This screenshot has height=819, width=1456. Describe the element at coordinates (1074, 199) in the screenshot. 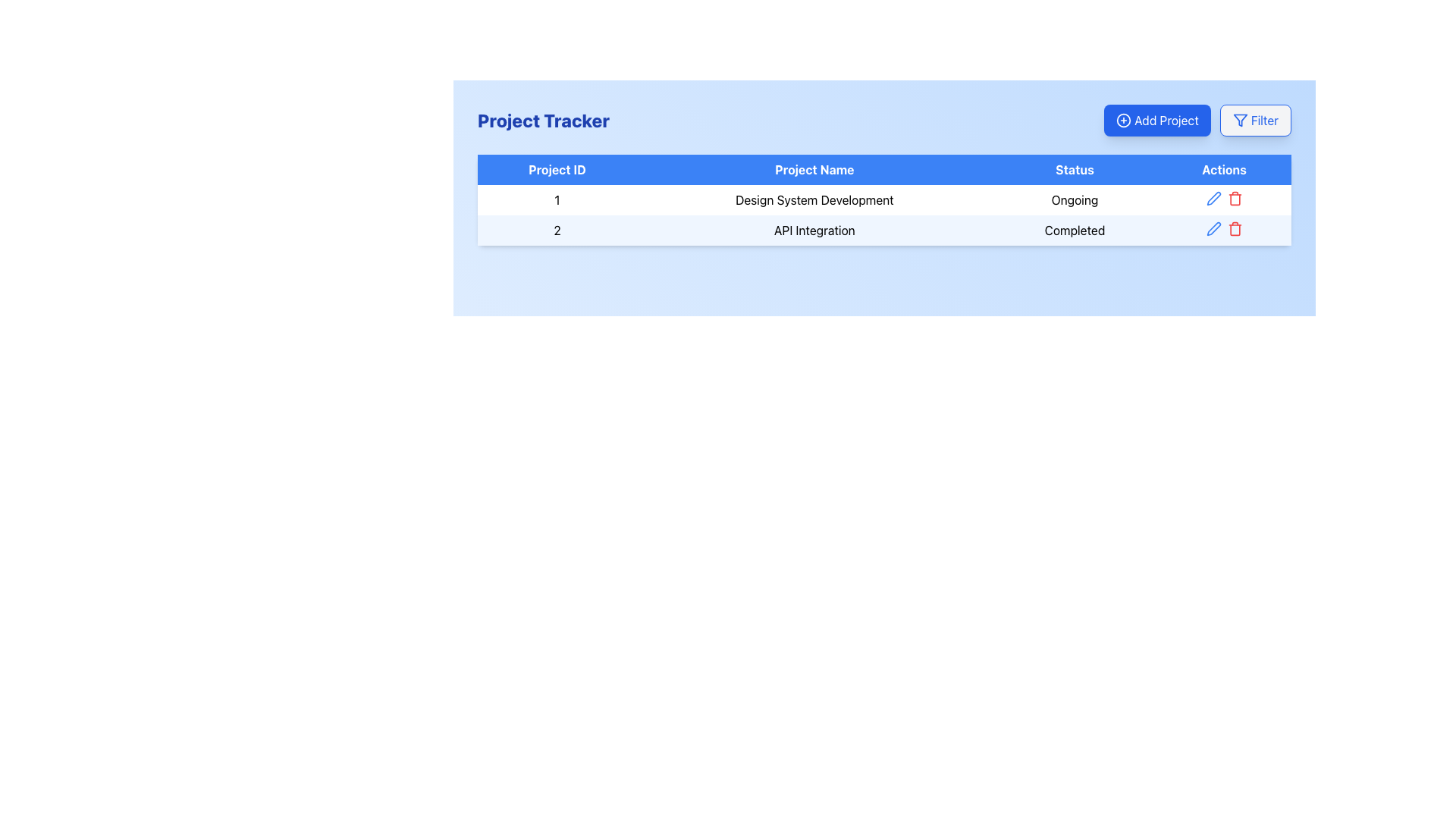

I see `displayed text of the status indicator in the 'Status' column of the first row, which shows 'Ongoing'` at that location.